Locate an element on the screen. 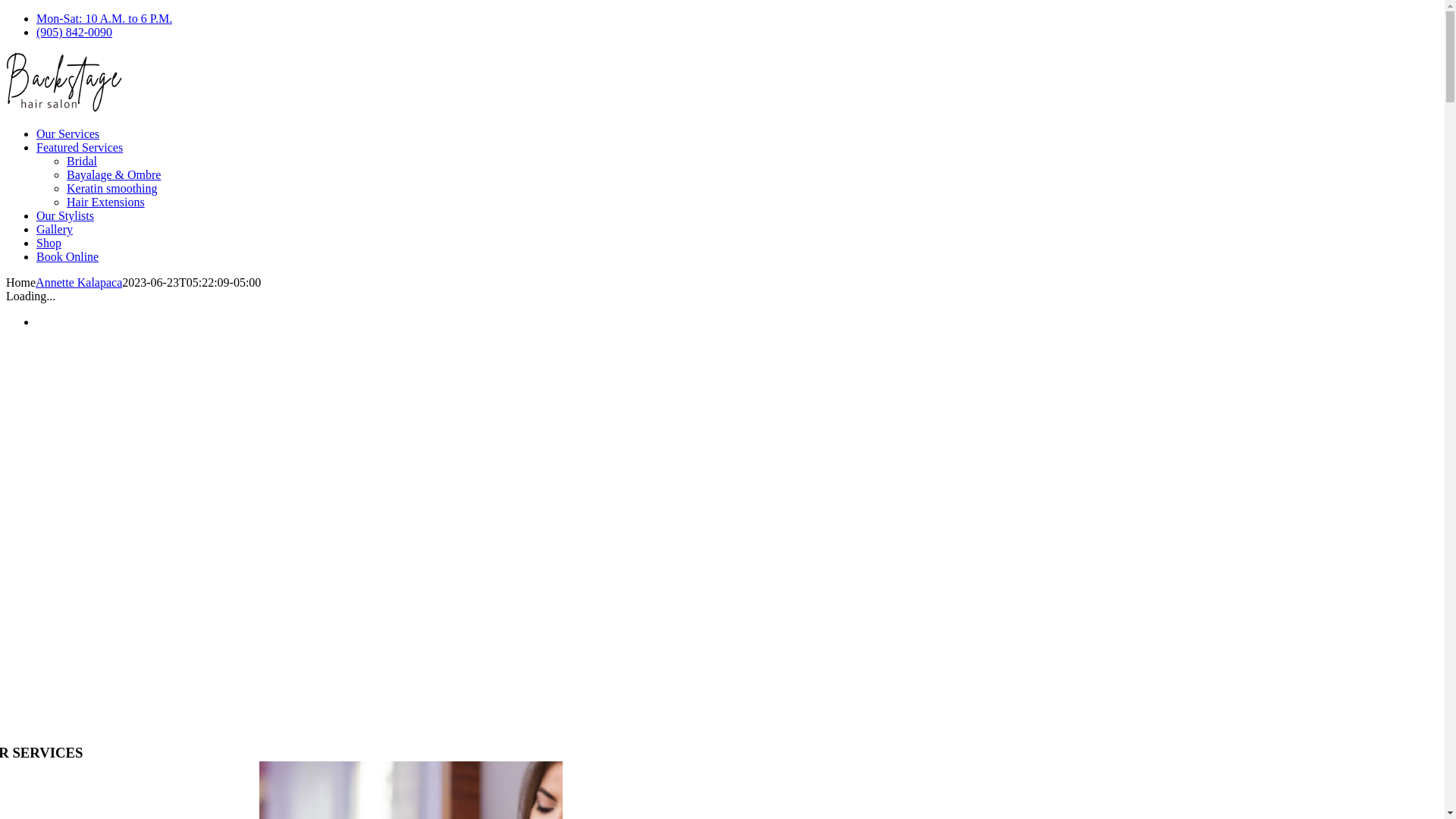  'Skip to content' is located at coordinates (5, 11).